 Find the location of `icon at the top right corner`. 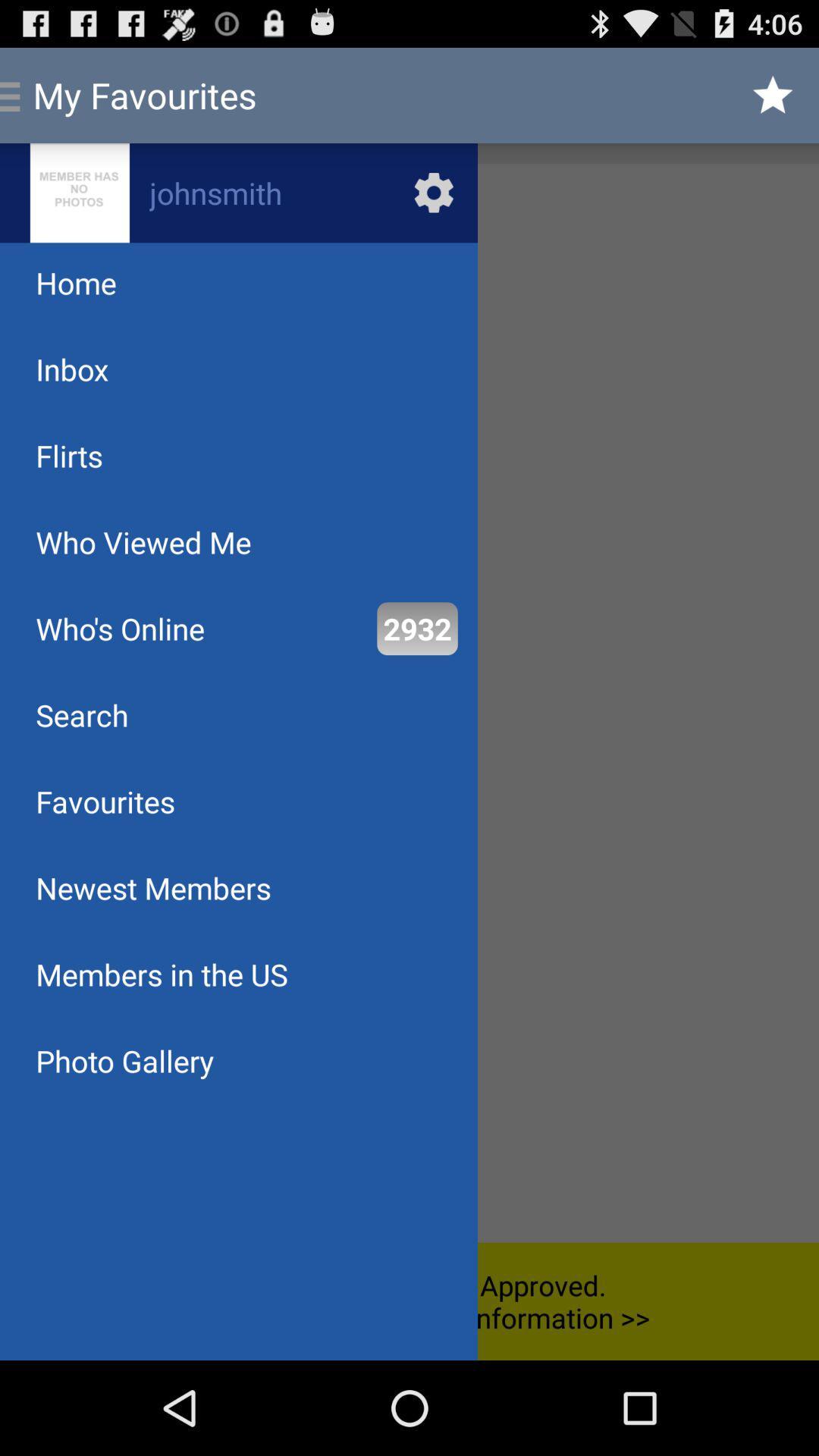

icon at the top right corner is located at coordinates (773, 94).